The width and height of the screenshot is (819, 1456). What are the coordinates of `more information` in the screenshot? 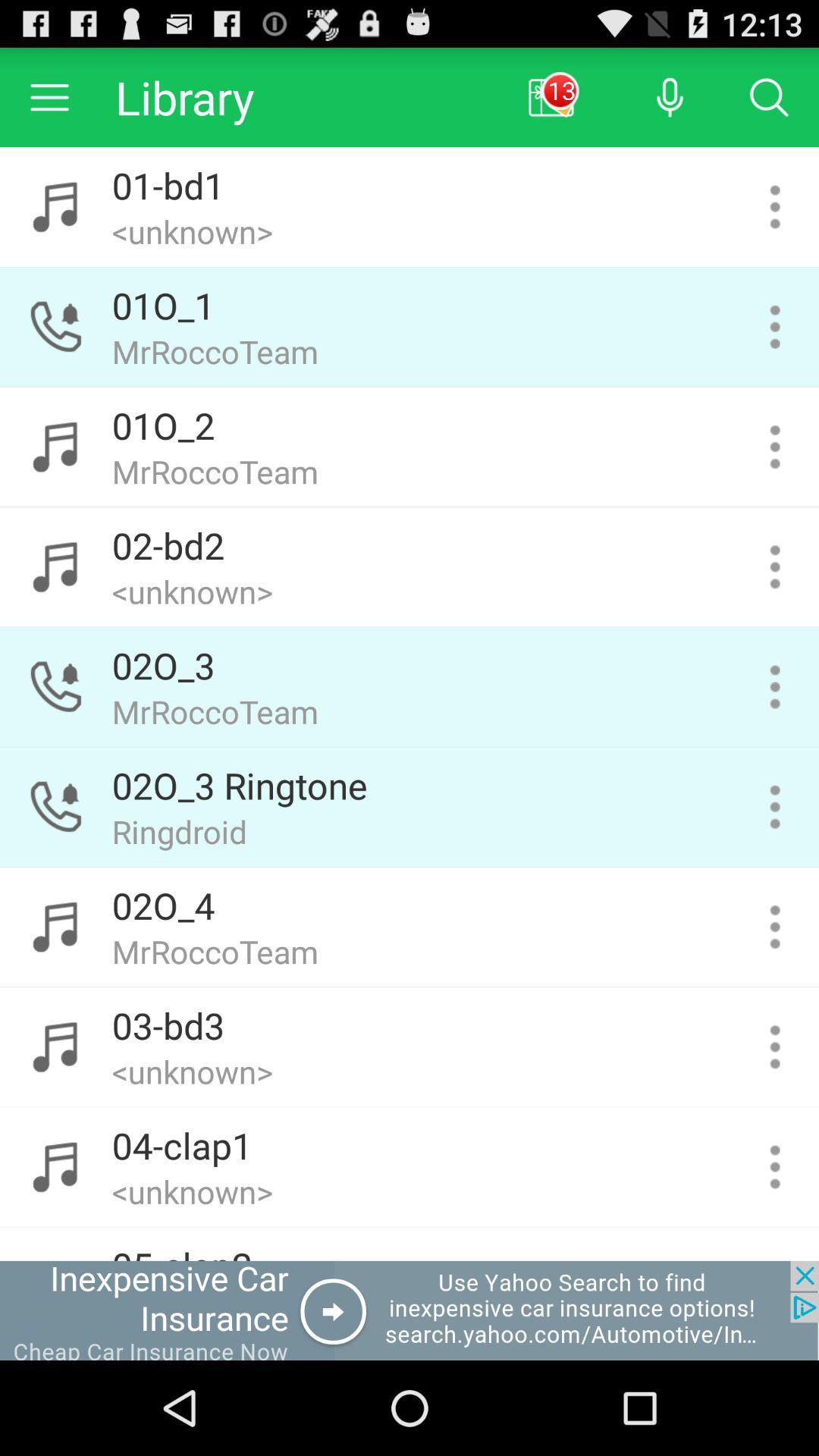 It's located at (775, 926).